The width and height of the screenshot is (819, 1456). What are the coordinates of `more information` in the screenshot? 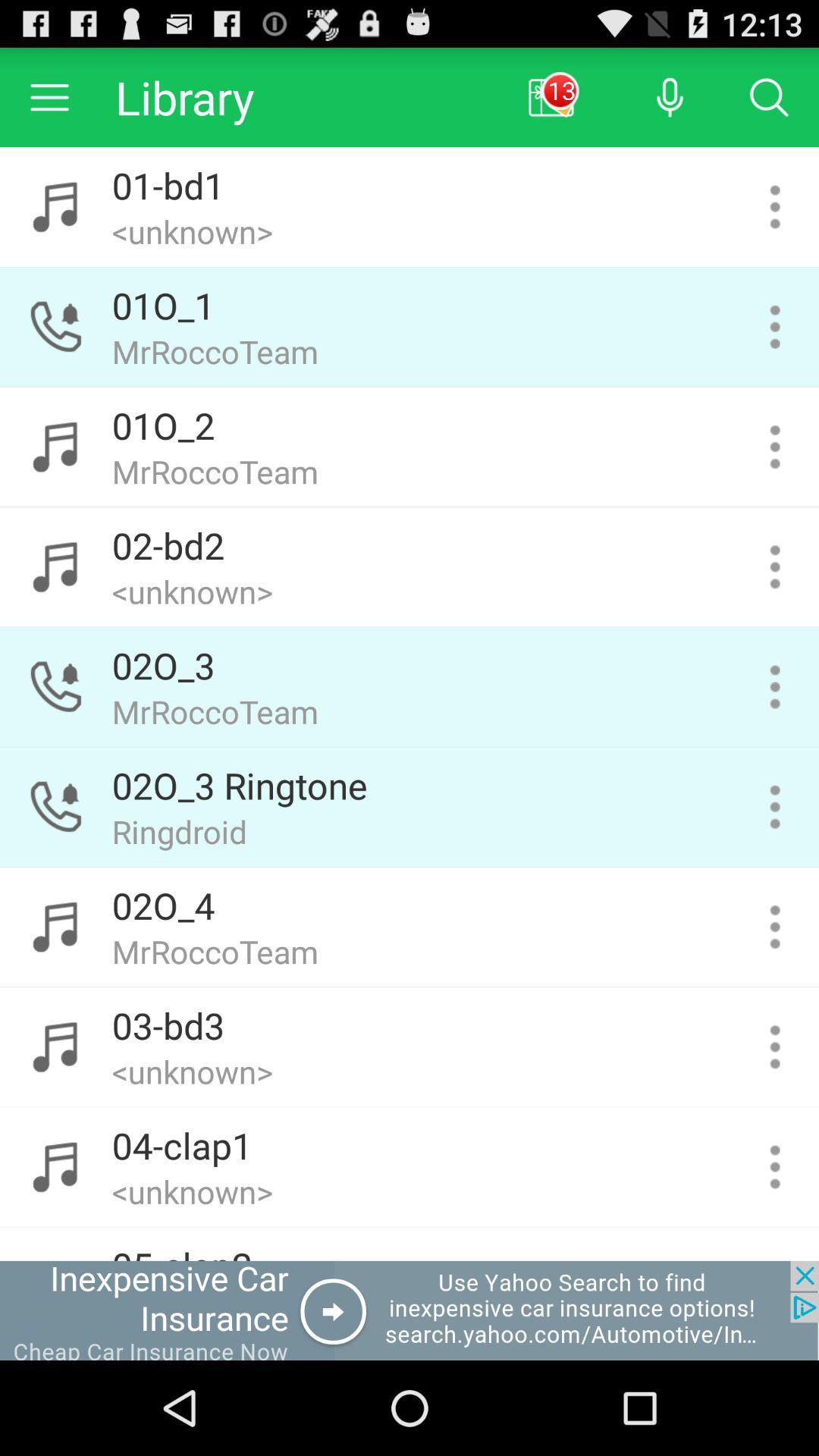 It's located at (775, 926).